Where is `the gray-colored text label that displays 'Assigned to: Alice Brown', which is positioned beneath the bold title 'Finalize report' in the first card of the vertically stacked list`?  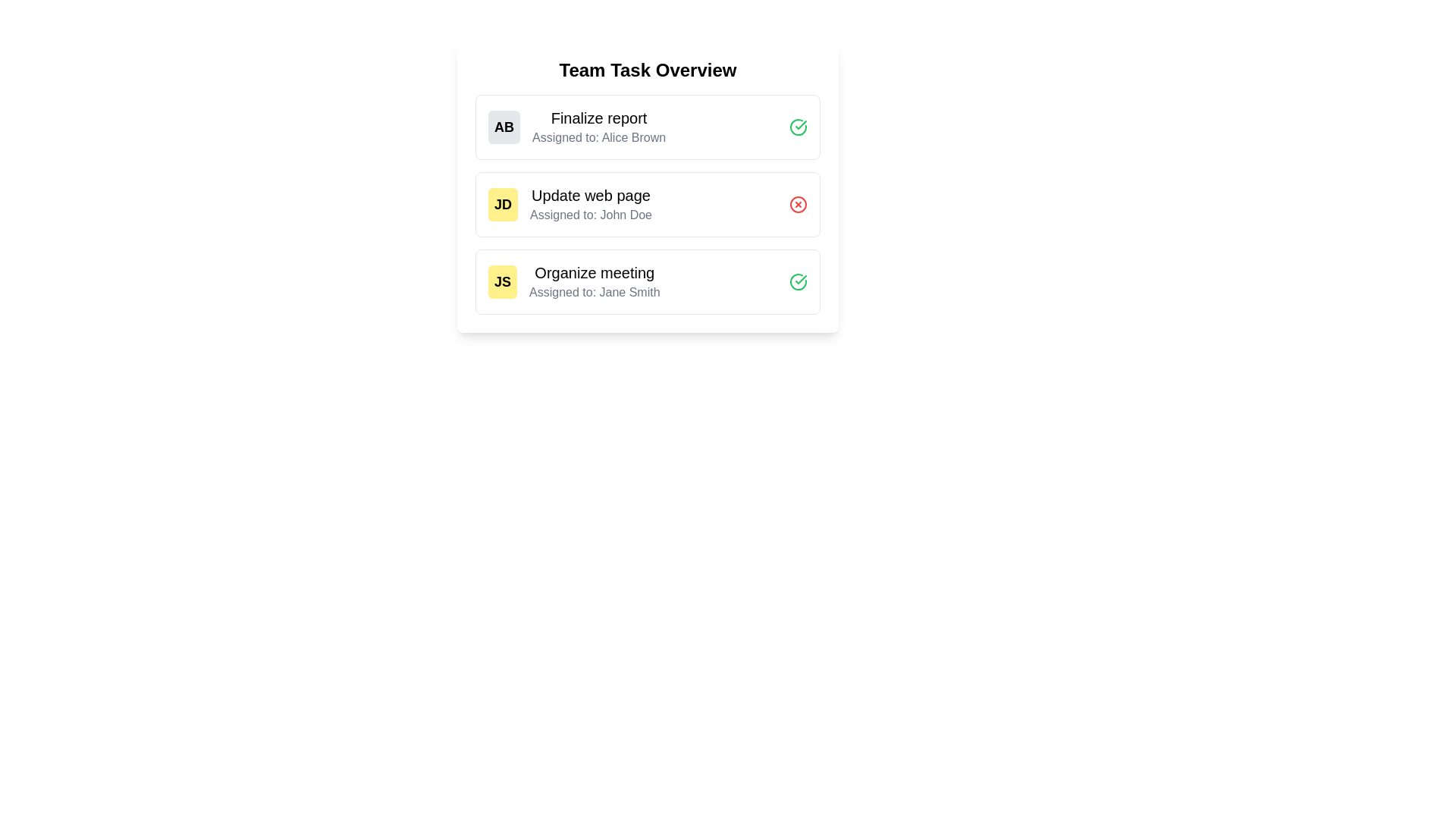 the gray-colored text label that displays 'Assigned to: Alice Brown', which is positioned beneath the bold title 'Finalize report' in the first card of the vertically stacked list is located at coordinates (598, 137).